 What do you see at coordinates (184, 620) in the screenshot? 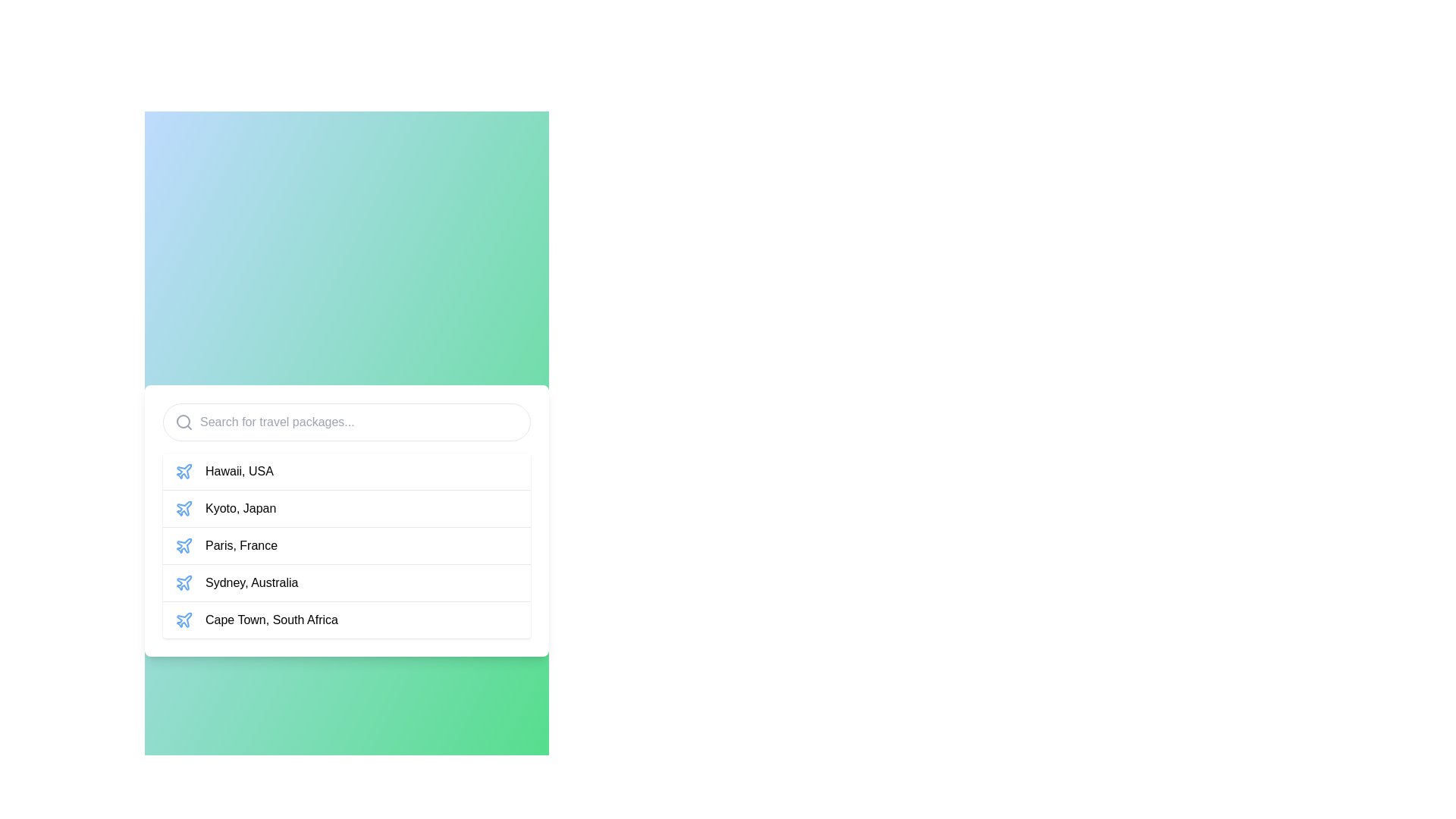
I see `the flight service icon located inside the fifth item of the list labeled 'Cape Town, South Africa', which is aligned to the left edge of the text label` at bounding box center [184, 620].